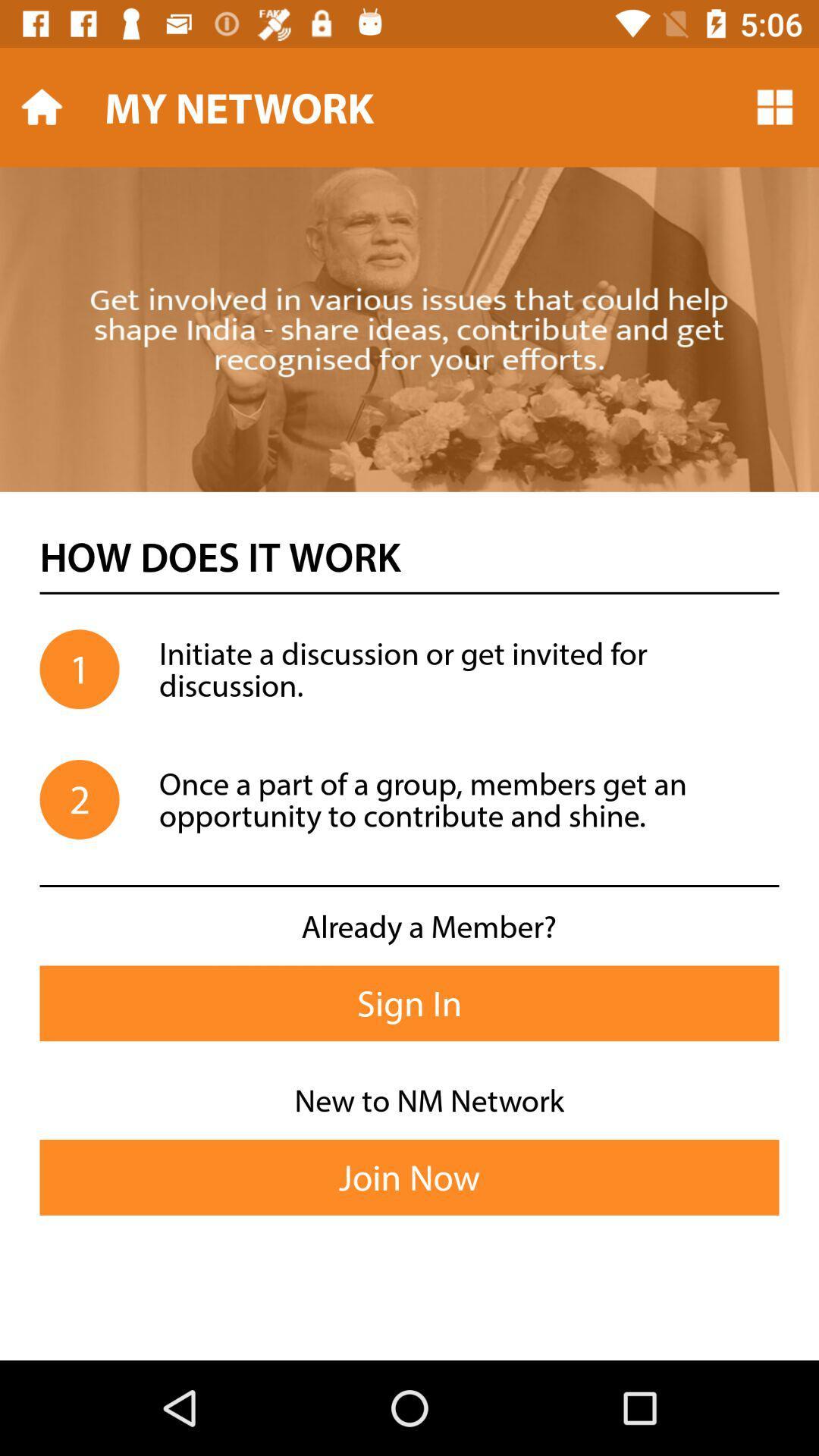  What do you see at coordinates (409, 1003) in the screenshot?
I see `the item above the new to nm icon` at bounding box center [409, 1003].